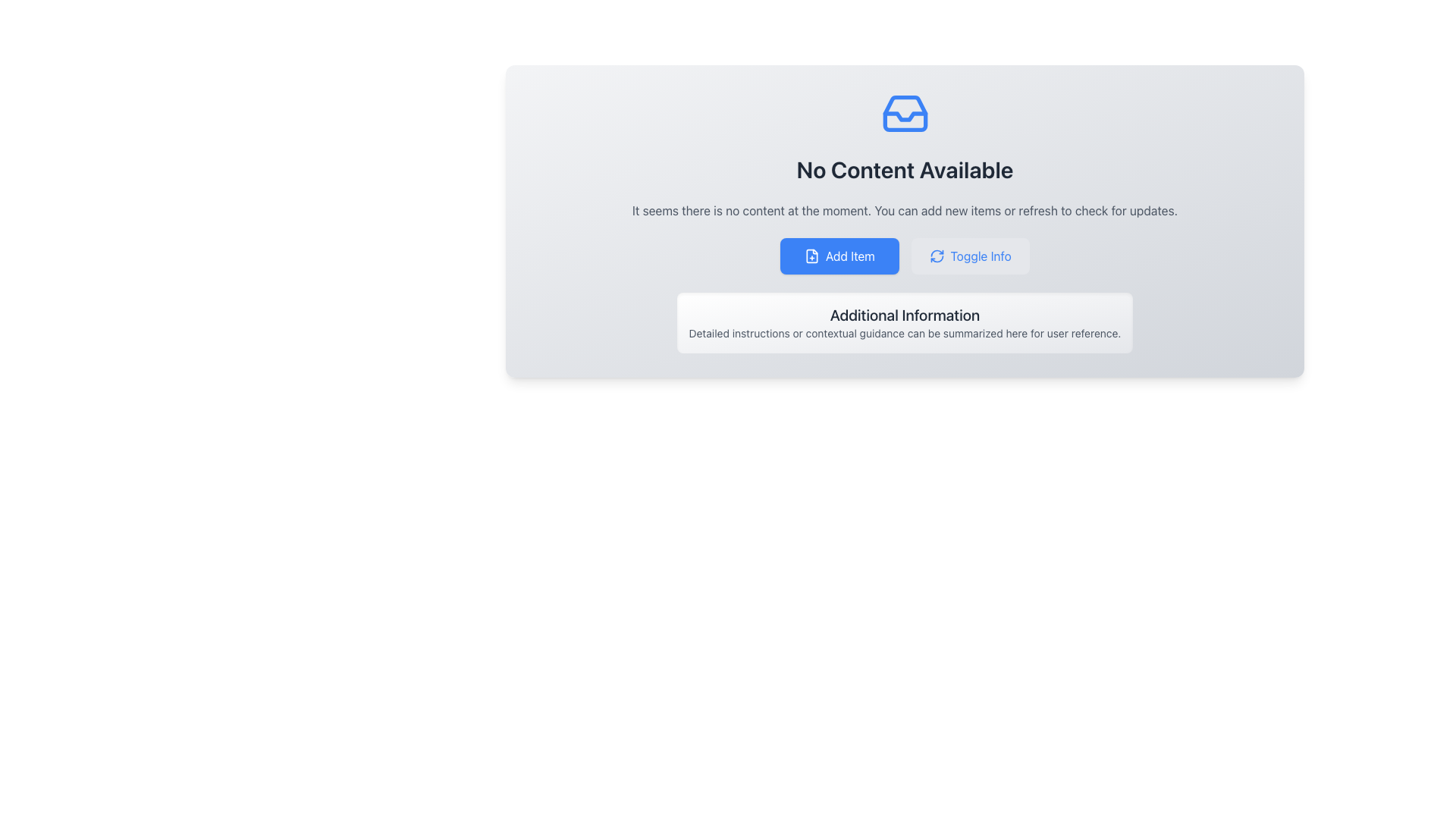 This screenshot has height=819, width=1456. I want to click on the button located on the right side of the interface, which toggles the display of additional information or sections, so click(968, 256).